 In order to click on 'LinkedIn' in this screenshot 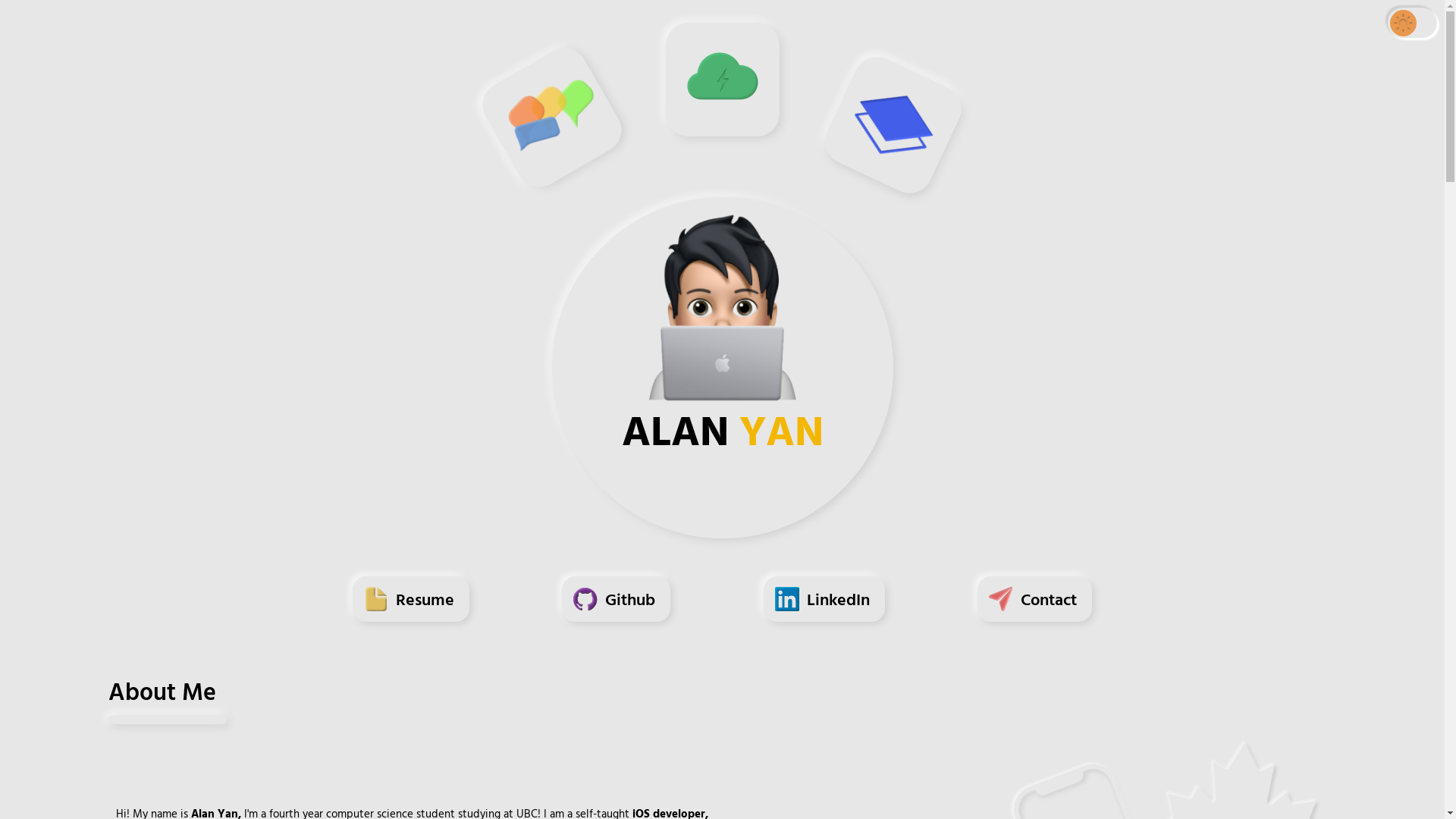, I will do `click(823, 605)`.